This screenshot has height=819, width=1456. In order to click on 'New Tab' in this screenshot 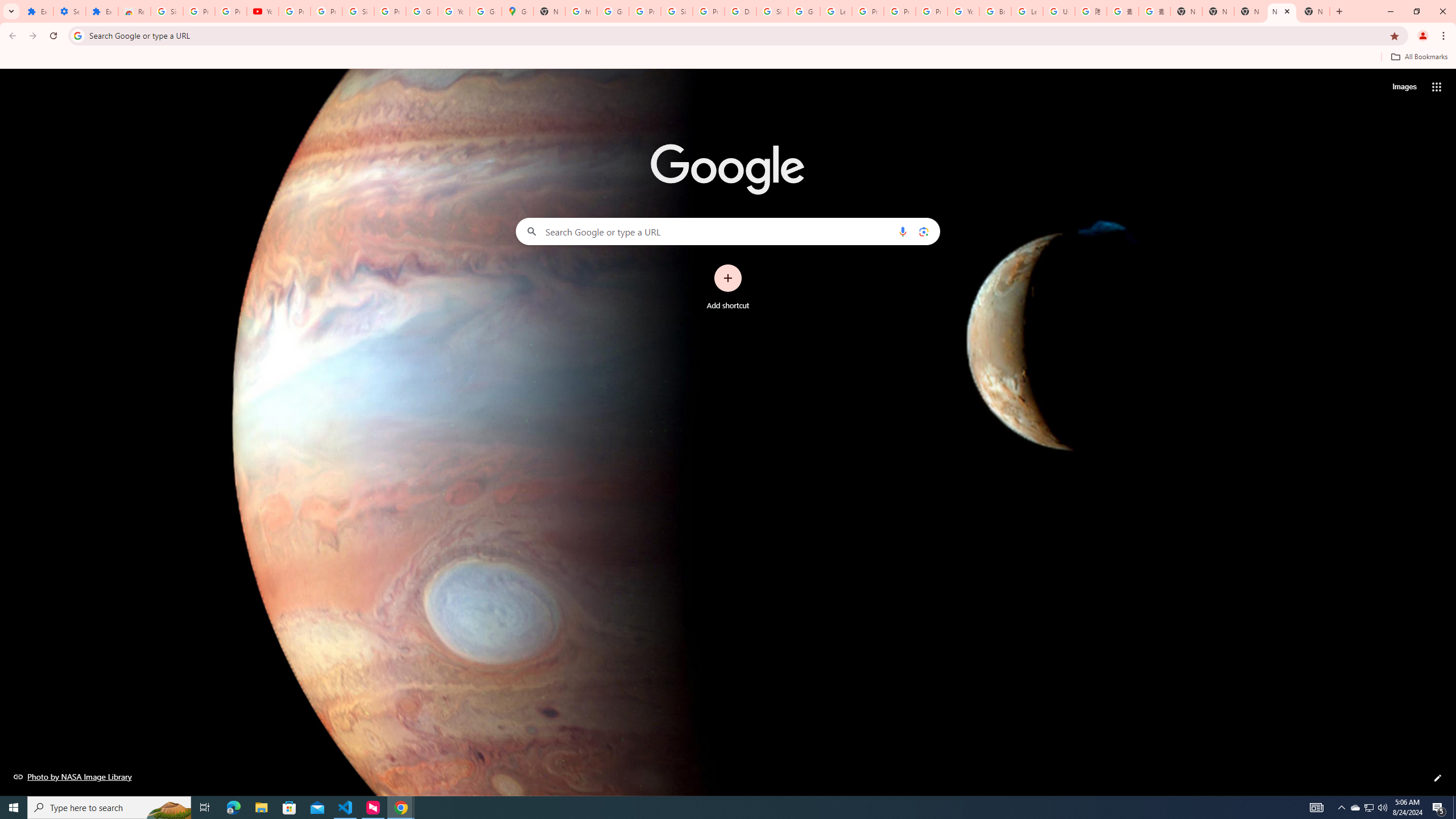, I will do `click(1314, 11)`.